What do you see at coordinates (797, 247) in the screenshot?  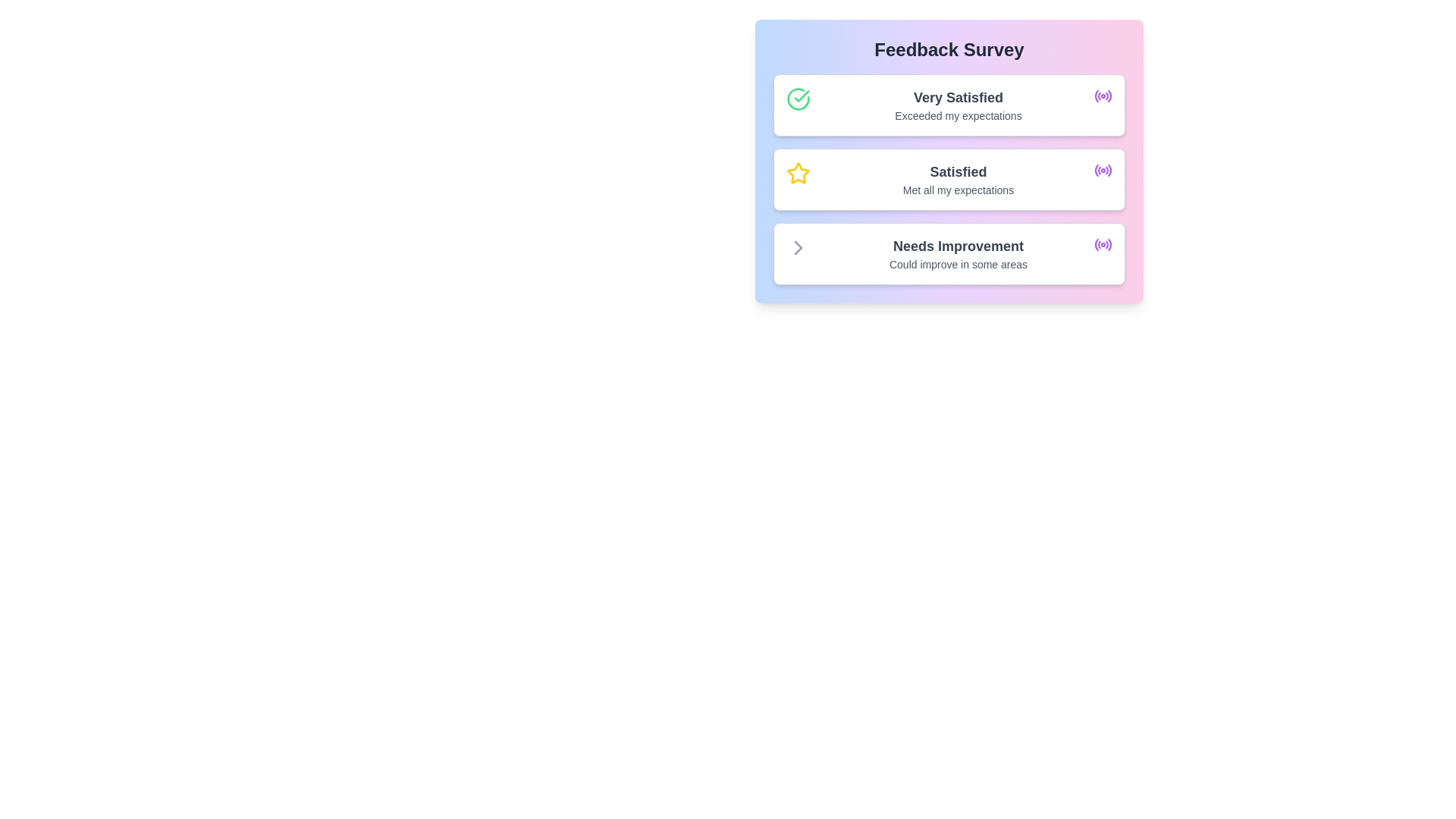 I see `the chevron icon located in the lower left corner of the 'Needs Improvement' card in the feedback survey interface to interact with the directional navigation feature` at bounding box center [797, 247].